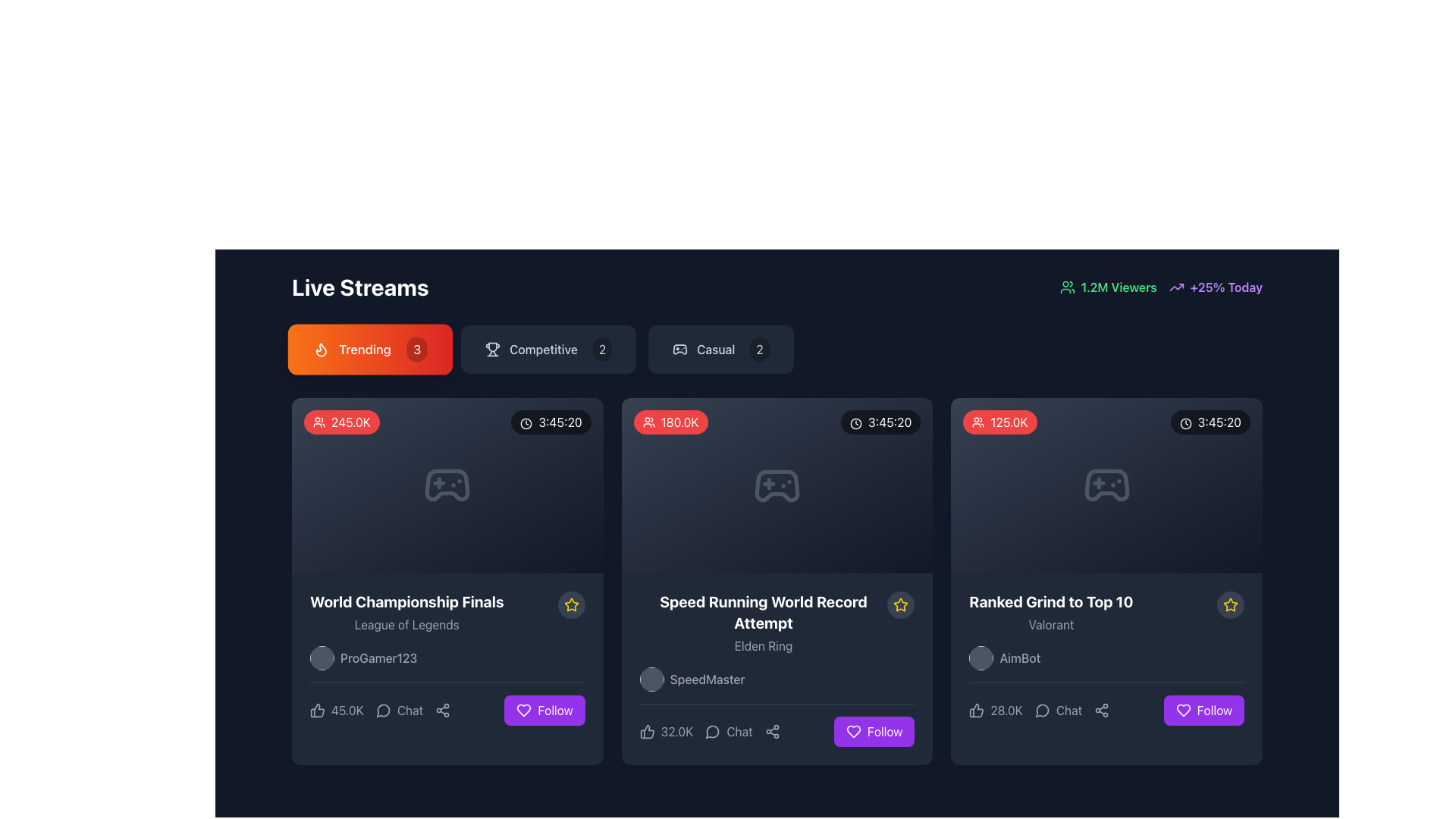 The height and width of the screenshot is (819, 1456). What do you see at coordinates (1006, 711) in the screenshot?
I see `the text label displaying '28.0K' which is styled in light gray against a dark background, located beneath the 'Ranked Grind to Top 10' card and to the right of the thumbs-up icon` at bounding box center [1006, 711].